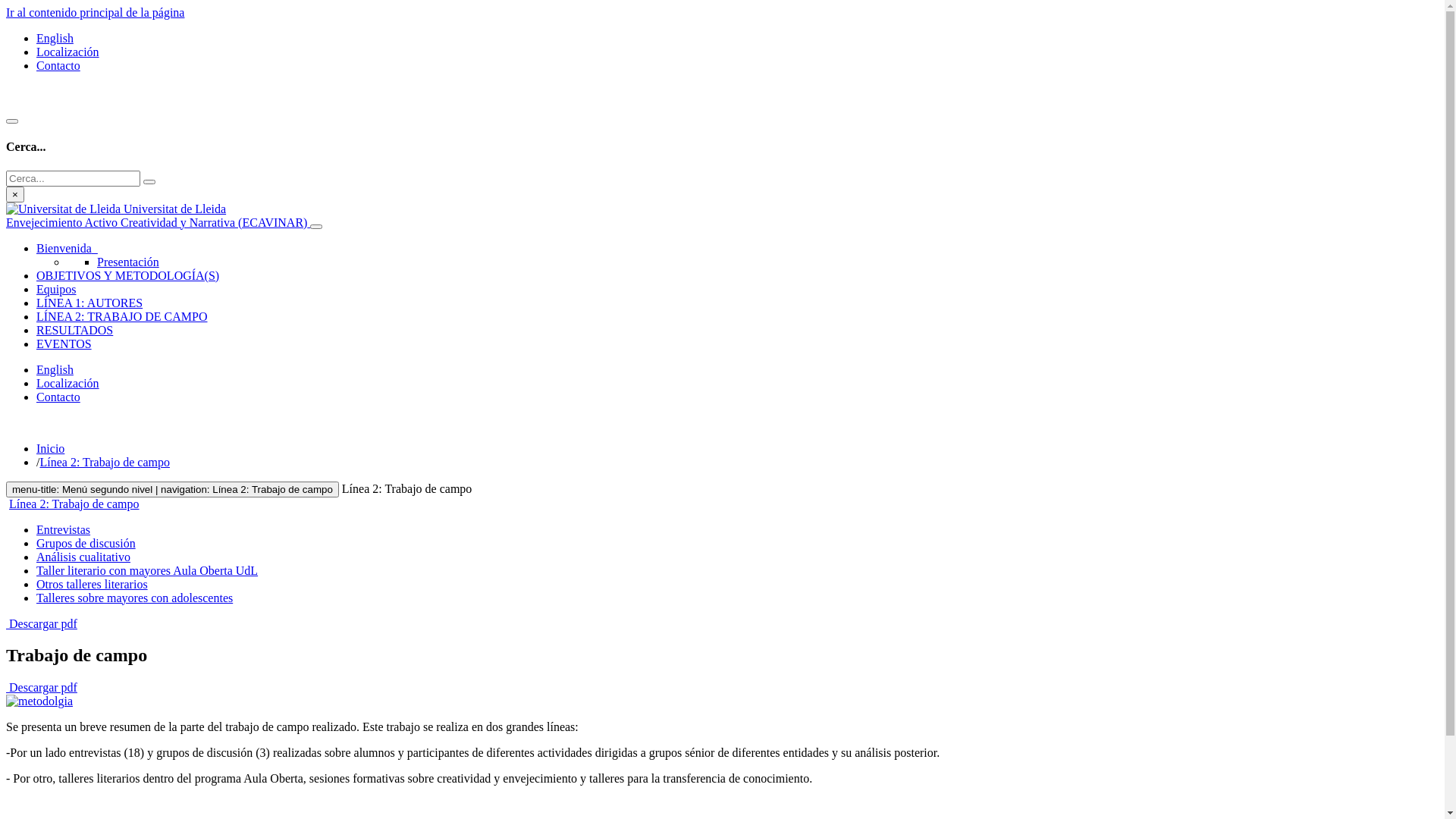 This screenshot has height=819, width=1456. Describe the element at coordinates (143, 180) in the screenshot. I see `'Search'` at that location.